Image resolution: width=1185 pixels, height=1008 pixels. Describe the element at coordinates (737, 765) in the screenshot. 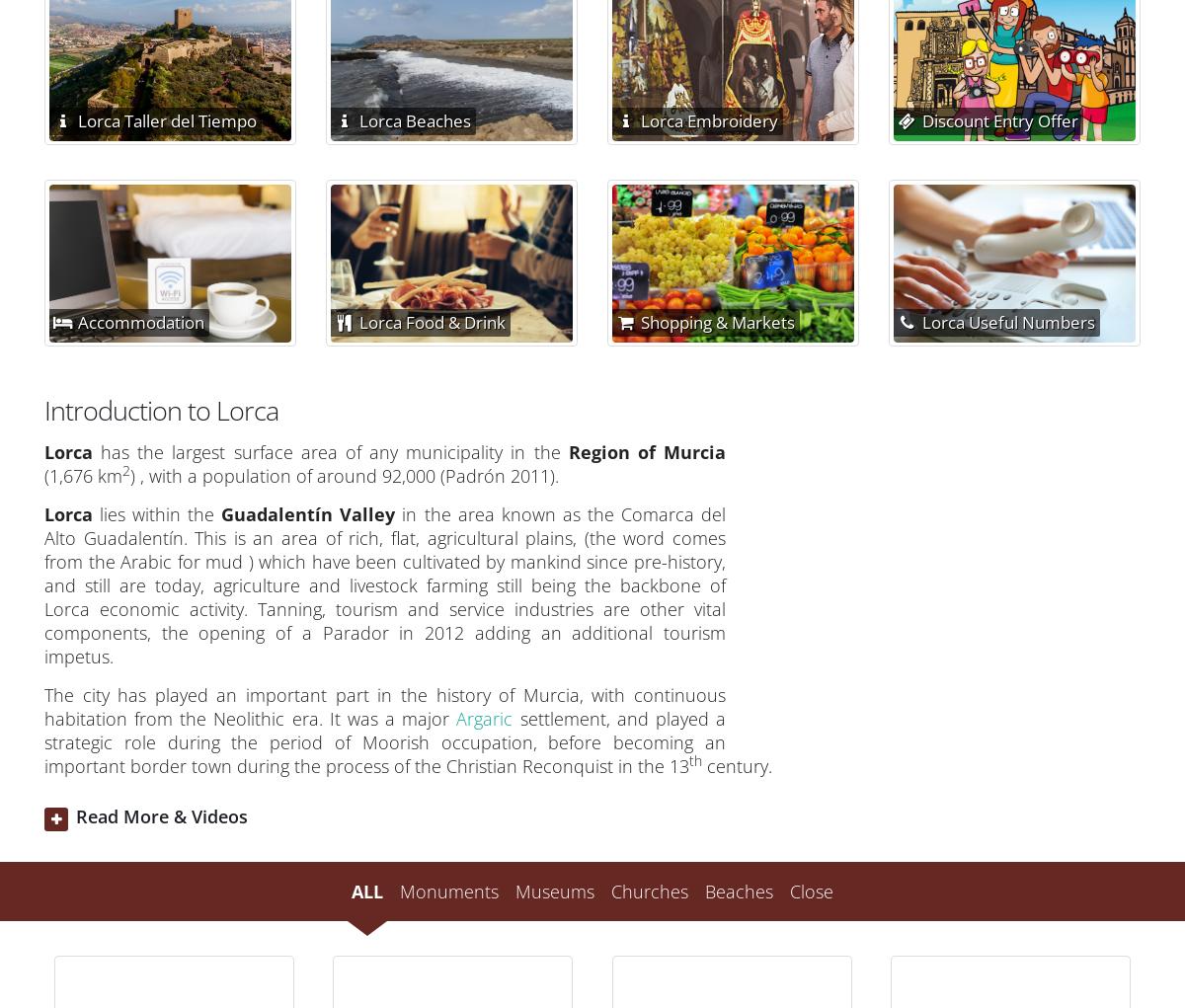

I see `'century.'` at that location.